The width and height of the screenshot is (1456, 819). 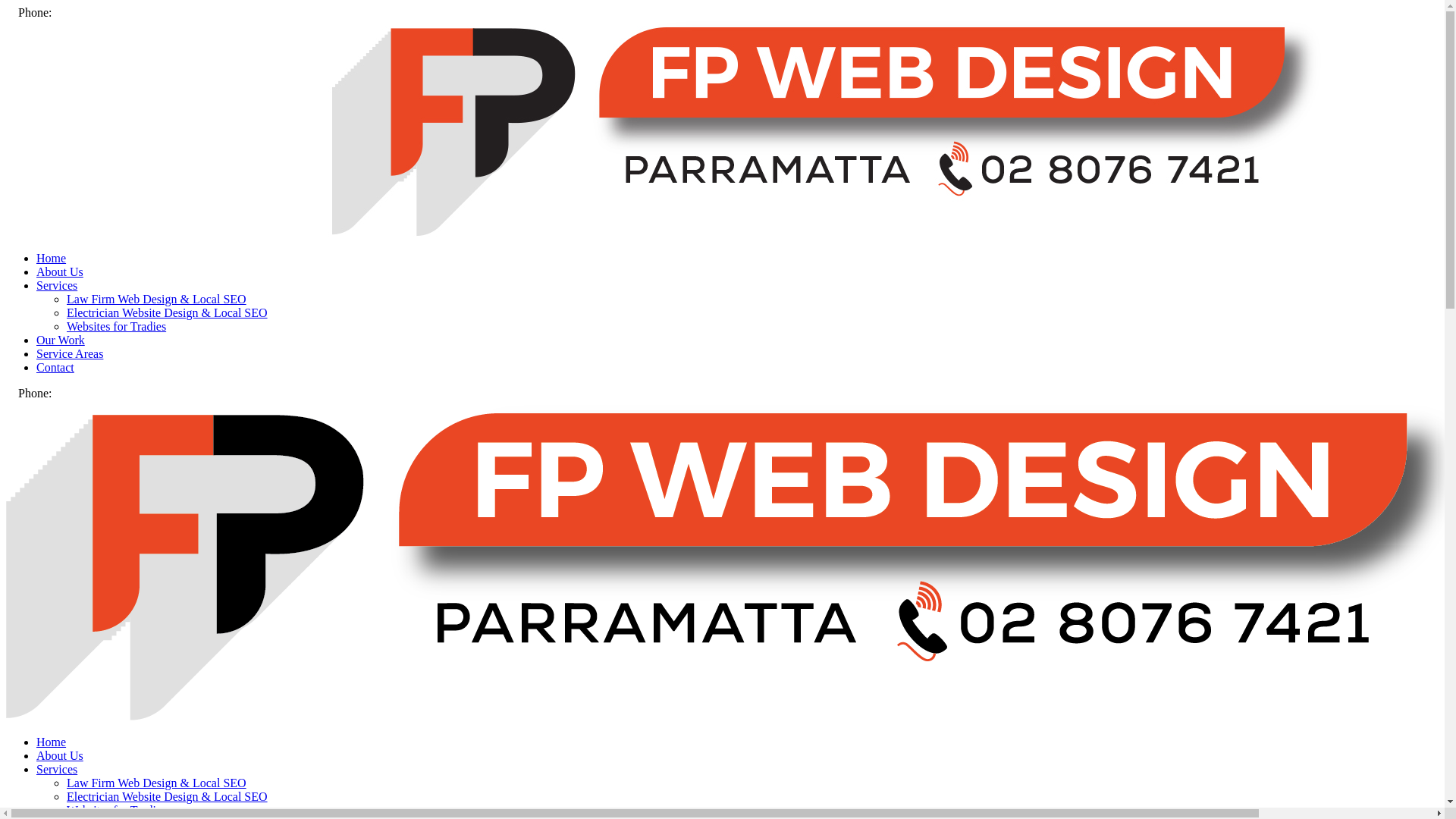 What do you see at coordinates (115, 809) in the screenshot?
I see `'Websites for Tradies'` at bounding box center [115, 809].